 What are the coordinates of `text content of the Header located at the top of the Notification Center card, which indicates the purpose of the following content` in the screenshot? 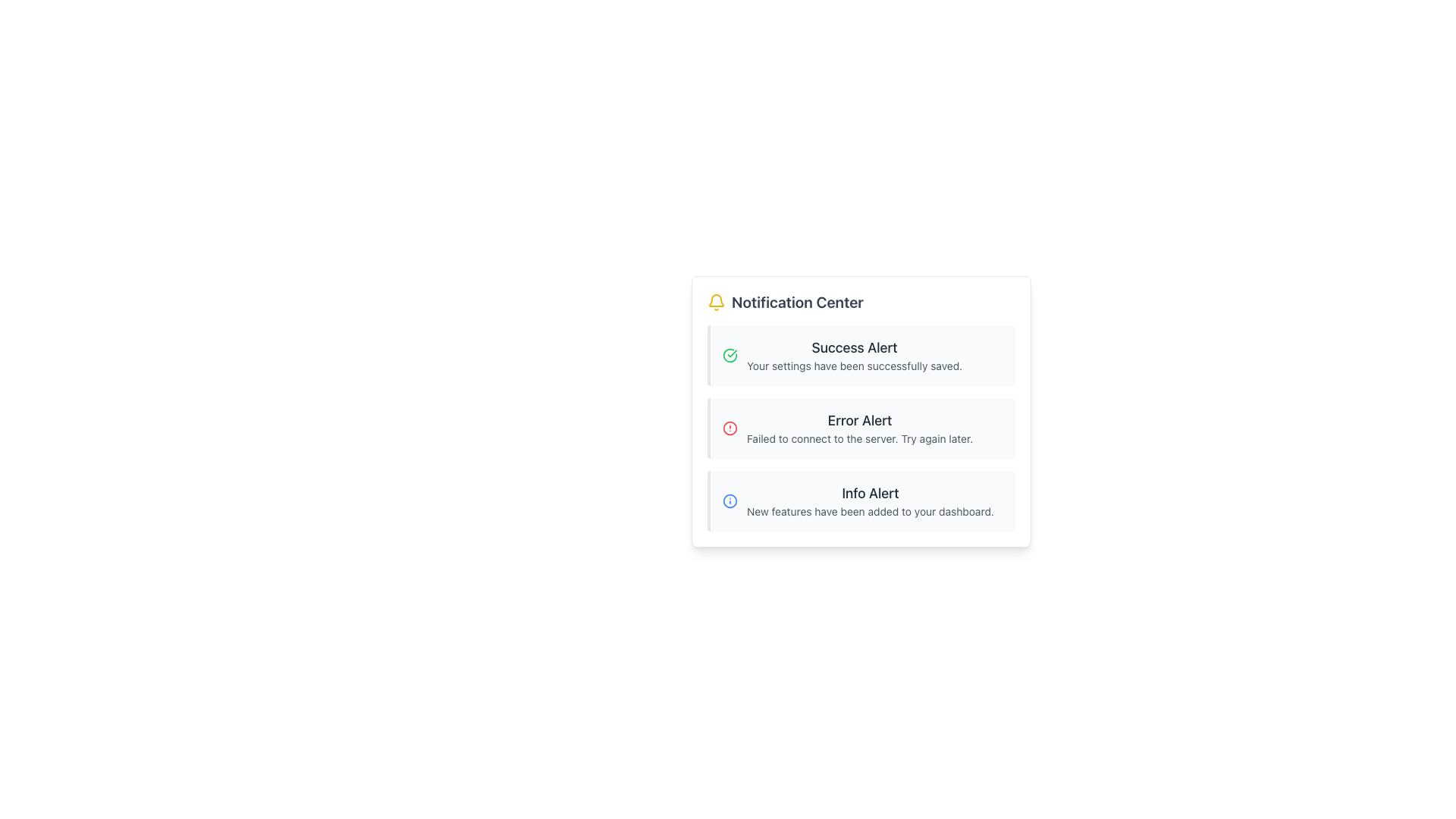 It's located at (861, 302).